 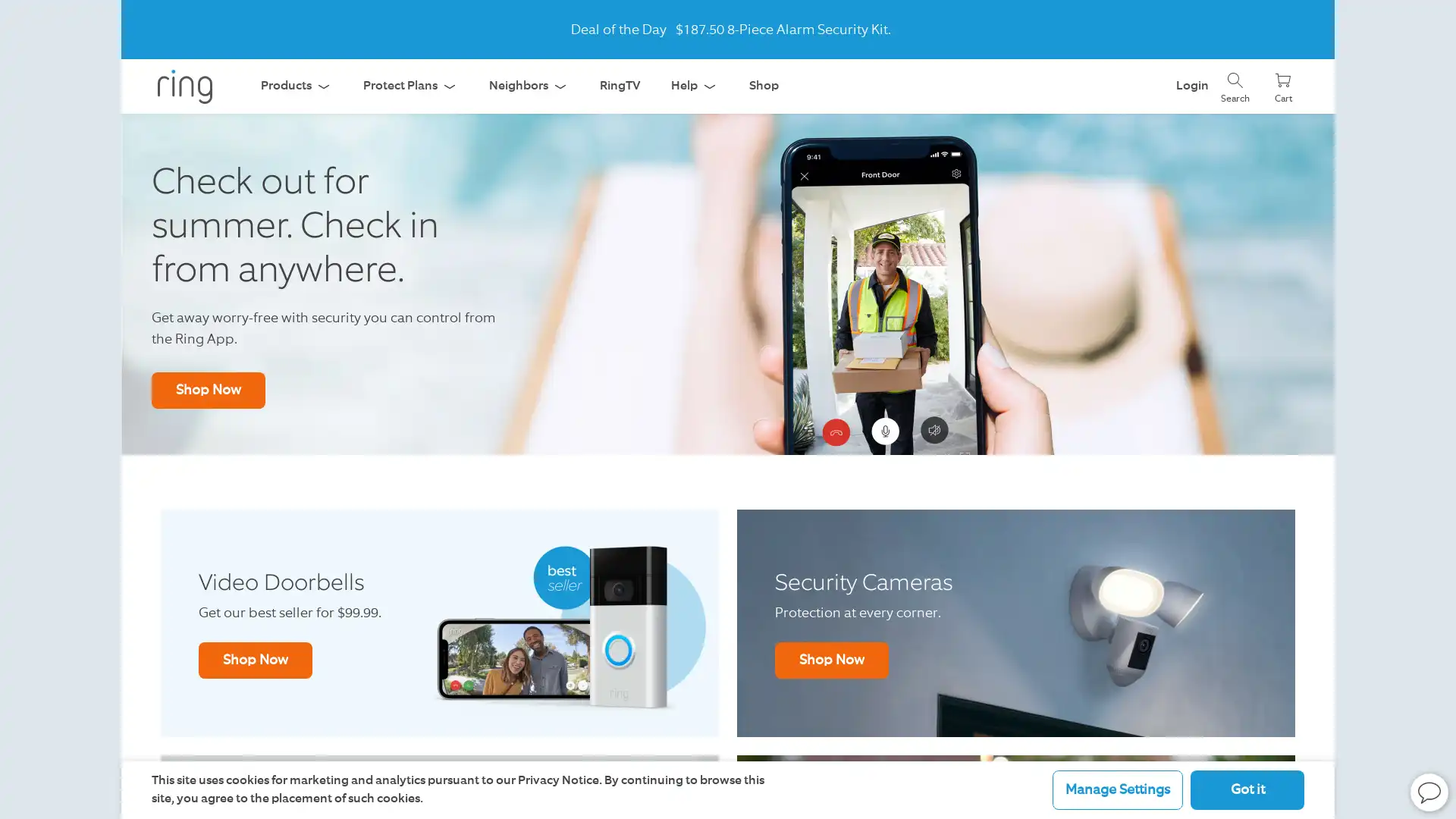 What do you see at coordinates (831, 660) in the screenshot?
I see `Shop Now` at bounding box center [831, 660].